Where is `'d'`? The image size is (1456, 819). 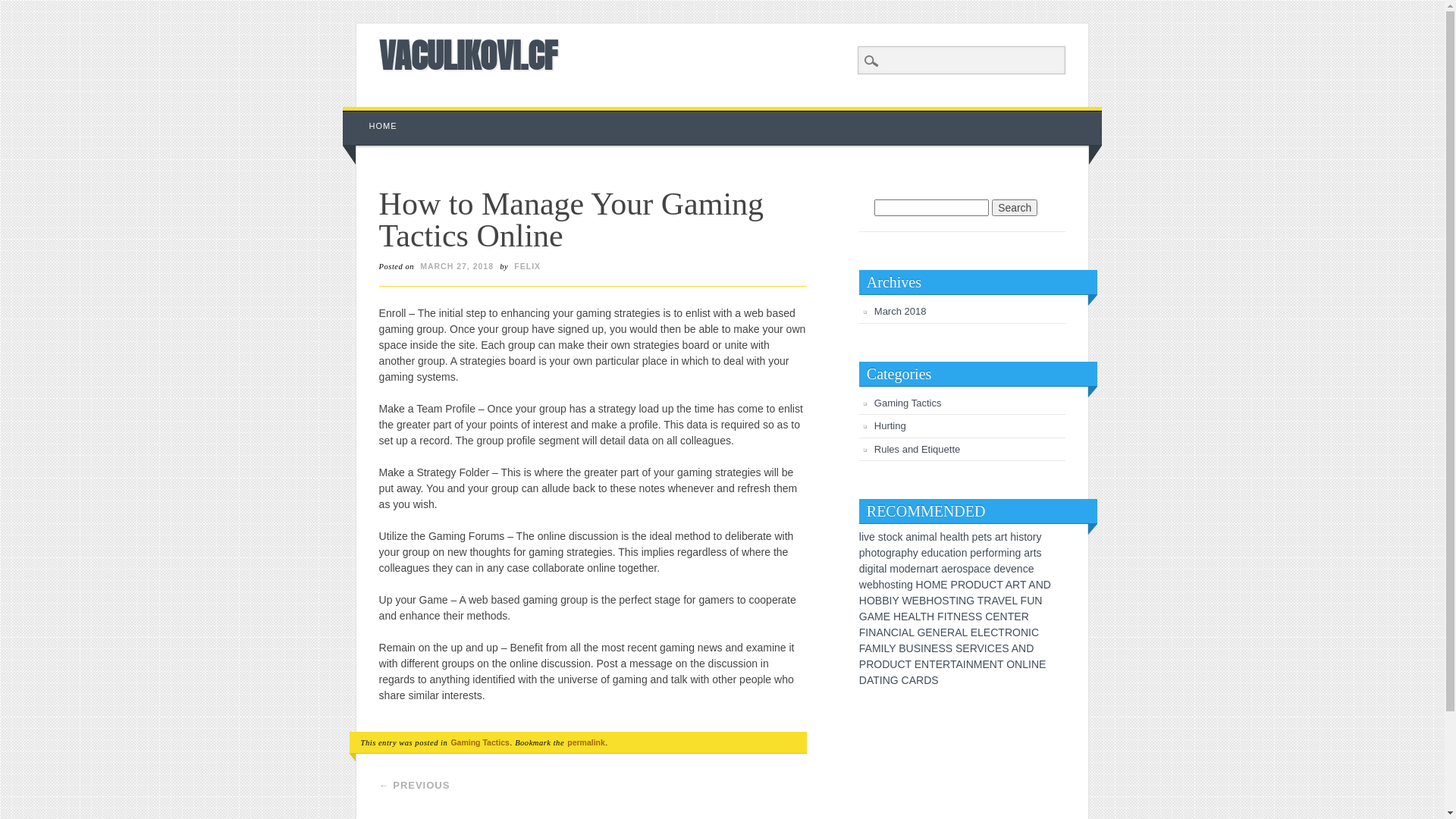
'd' is located at coordinates (862, 568).